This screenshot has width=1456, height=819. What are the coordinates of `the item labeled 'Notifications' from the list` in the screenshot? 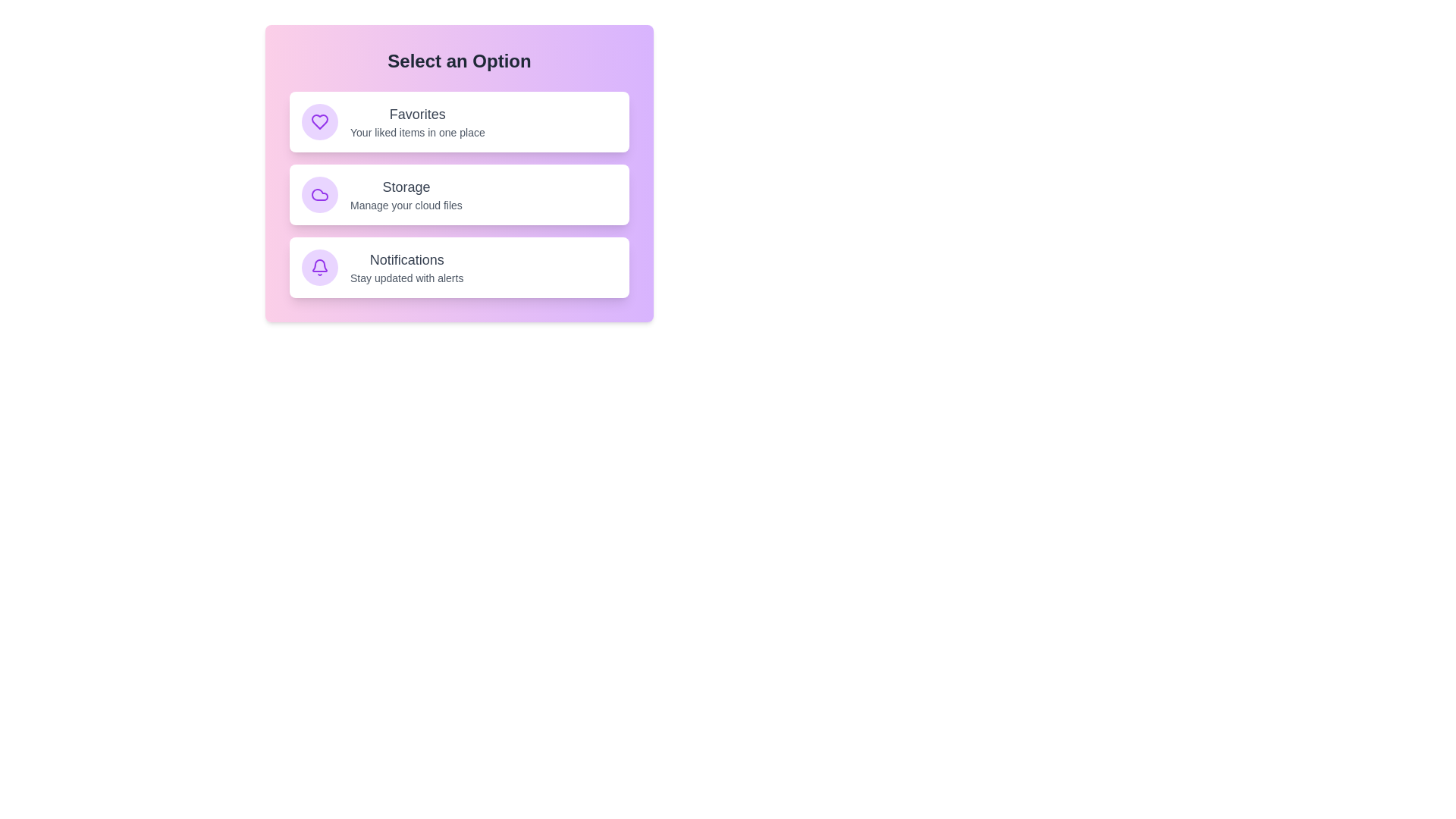 It's located at (458, 267).